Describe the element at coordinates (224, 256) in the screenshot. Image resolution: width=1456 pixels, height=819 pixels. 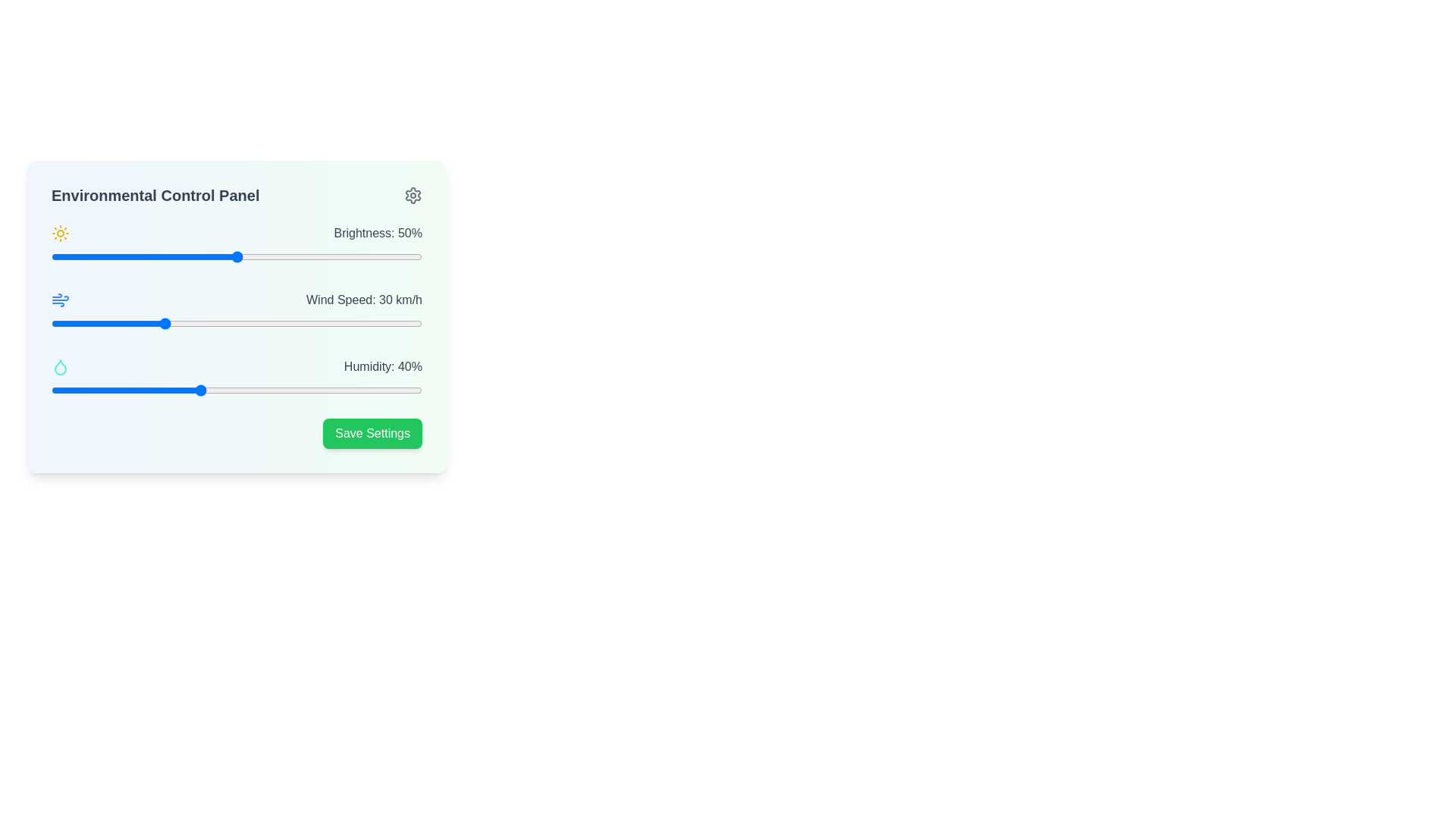
I see `the slider value` at that location.